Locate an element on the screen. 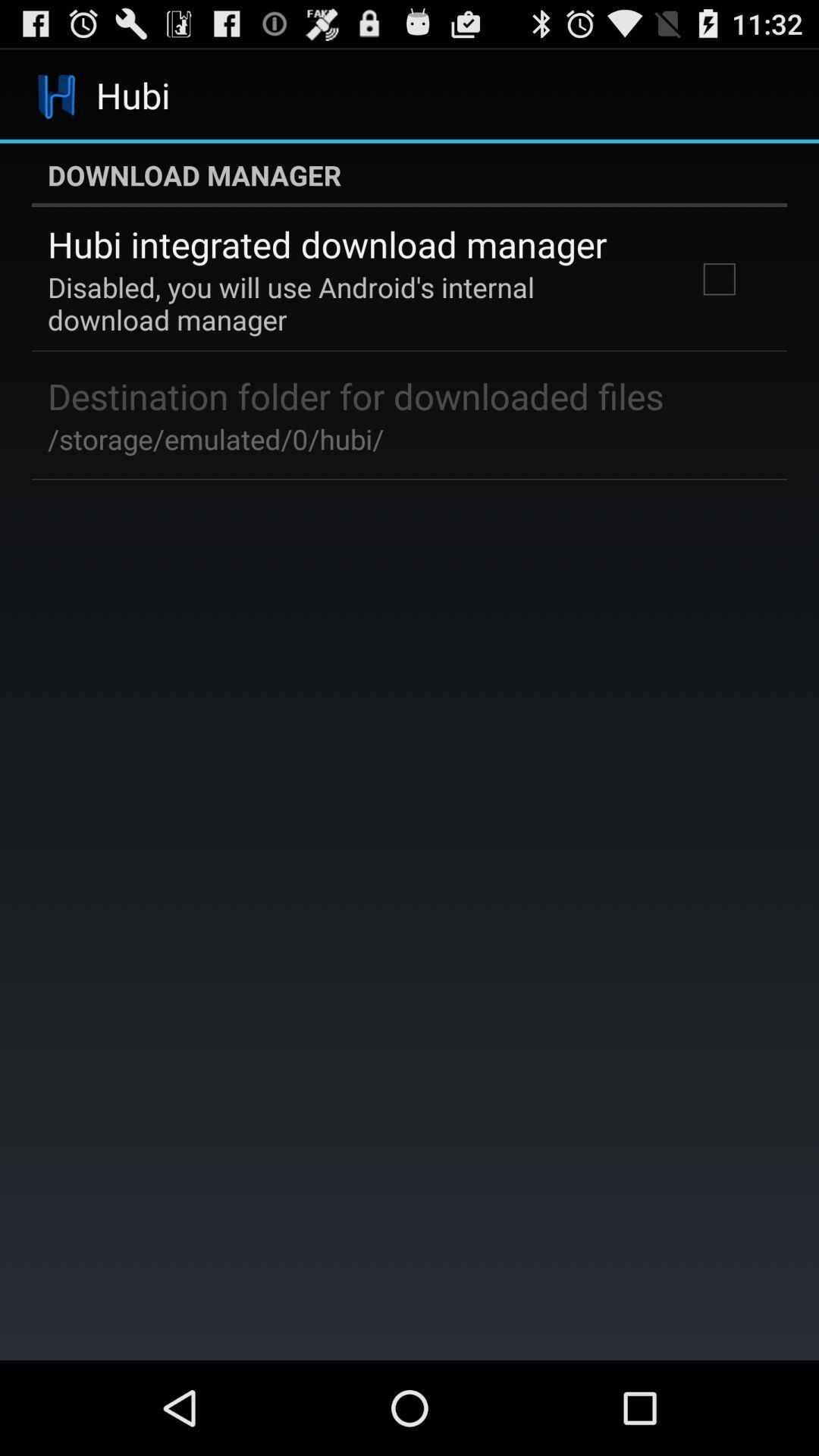 This screenshot has width=819, height=1456. the storage emulated 0 is located at coordinates (215, 438).